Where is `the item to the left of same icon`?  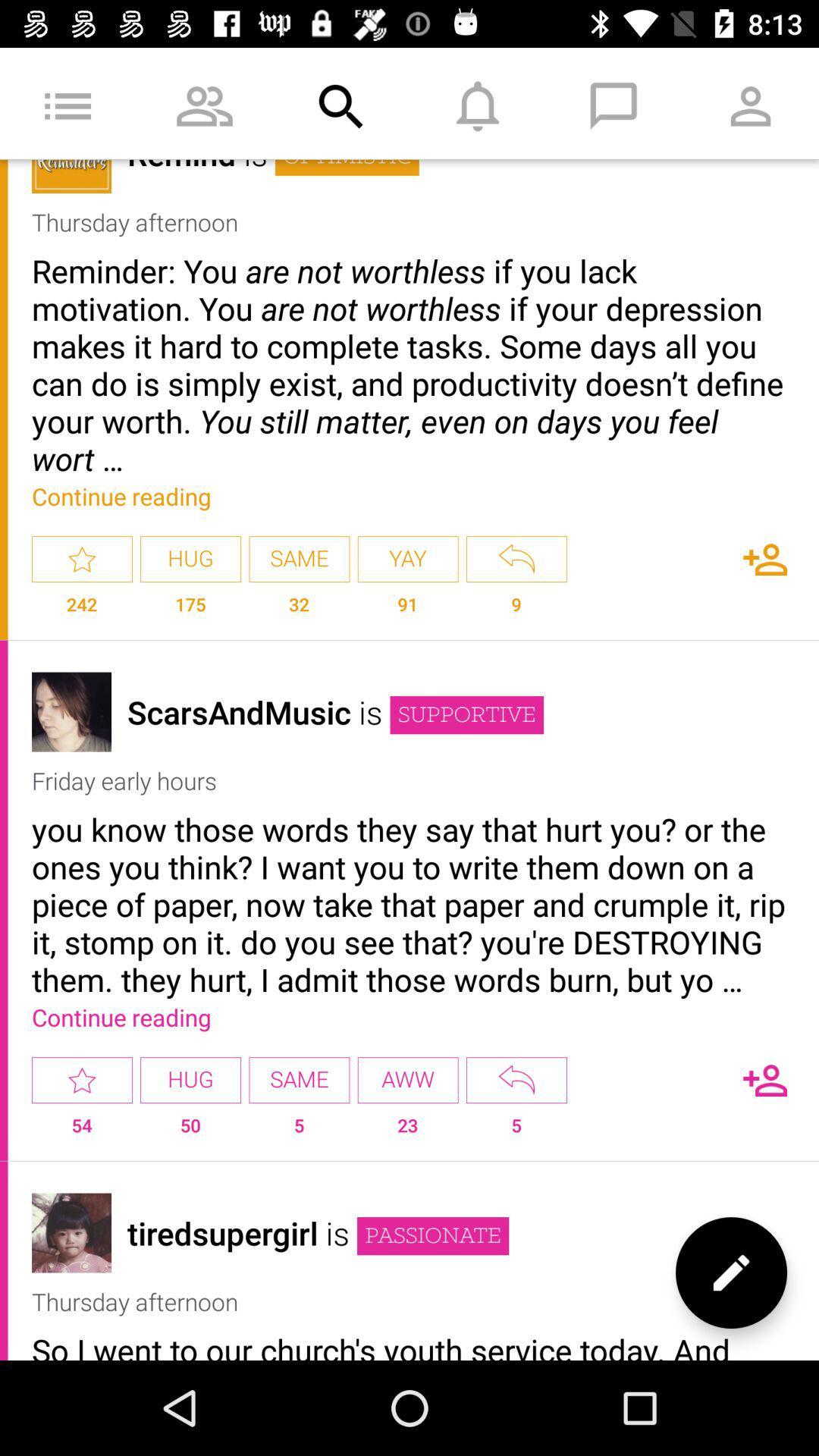 the item to the left of same icon is located at coordinates (190, 1131).